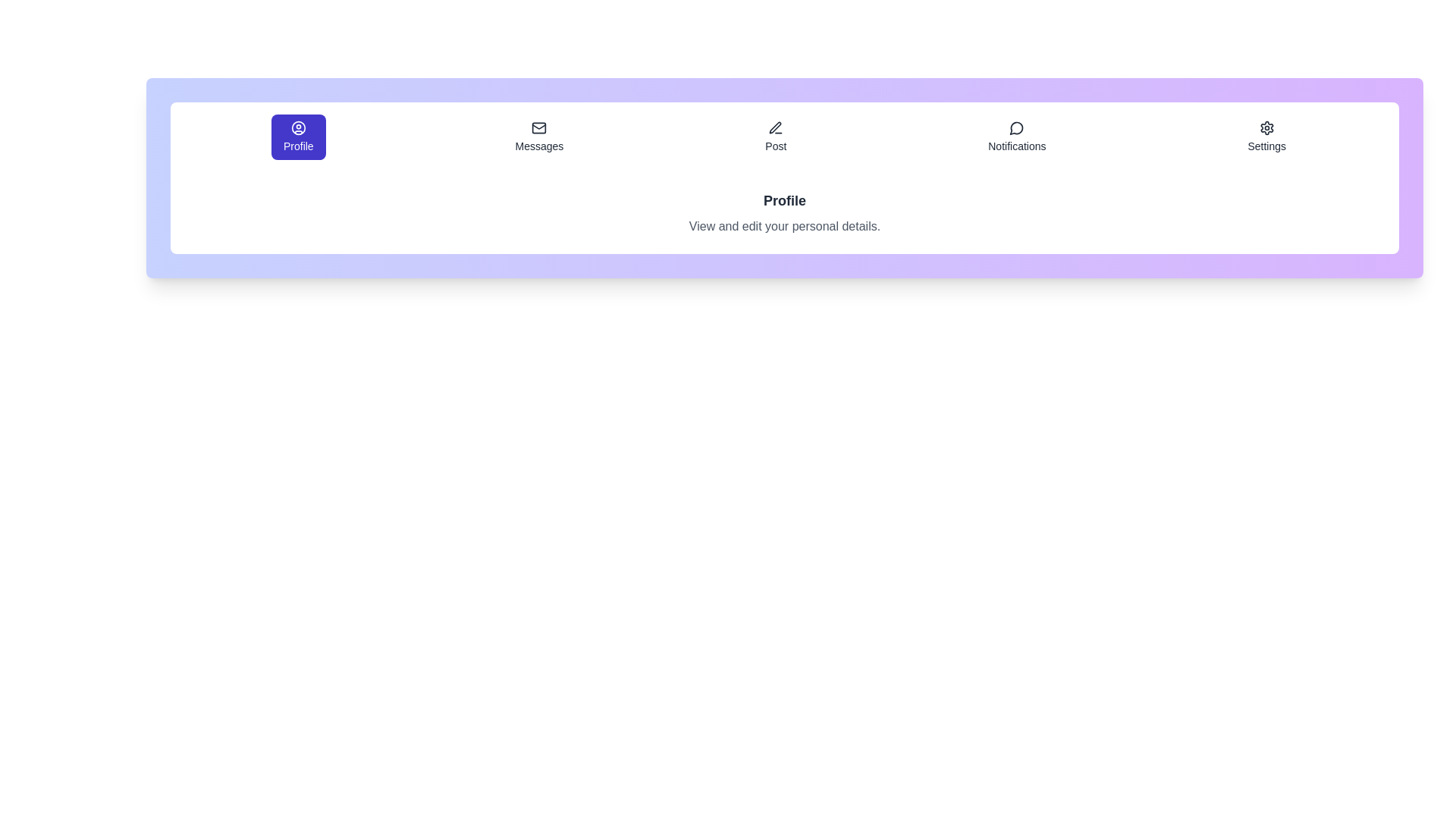  Describe the element at coordinates (1266, 137) in the screenshot. I see `the Settings tab by clicking on its button` at that location.